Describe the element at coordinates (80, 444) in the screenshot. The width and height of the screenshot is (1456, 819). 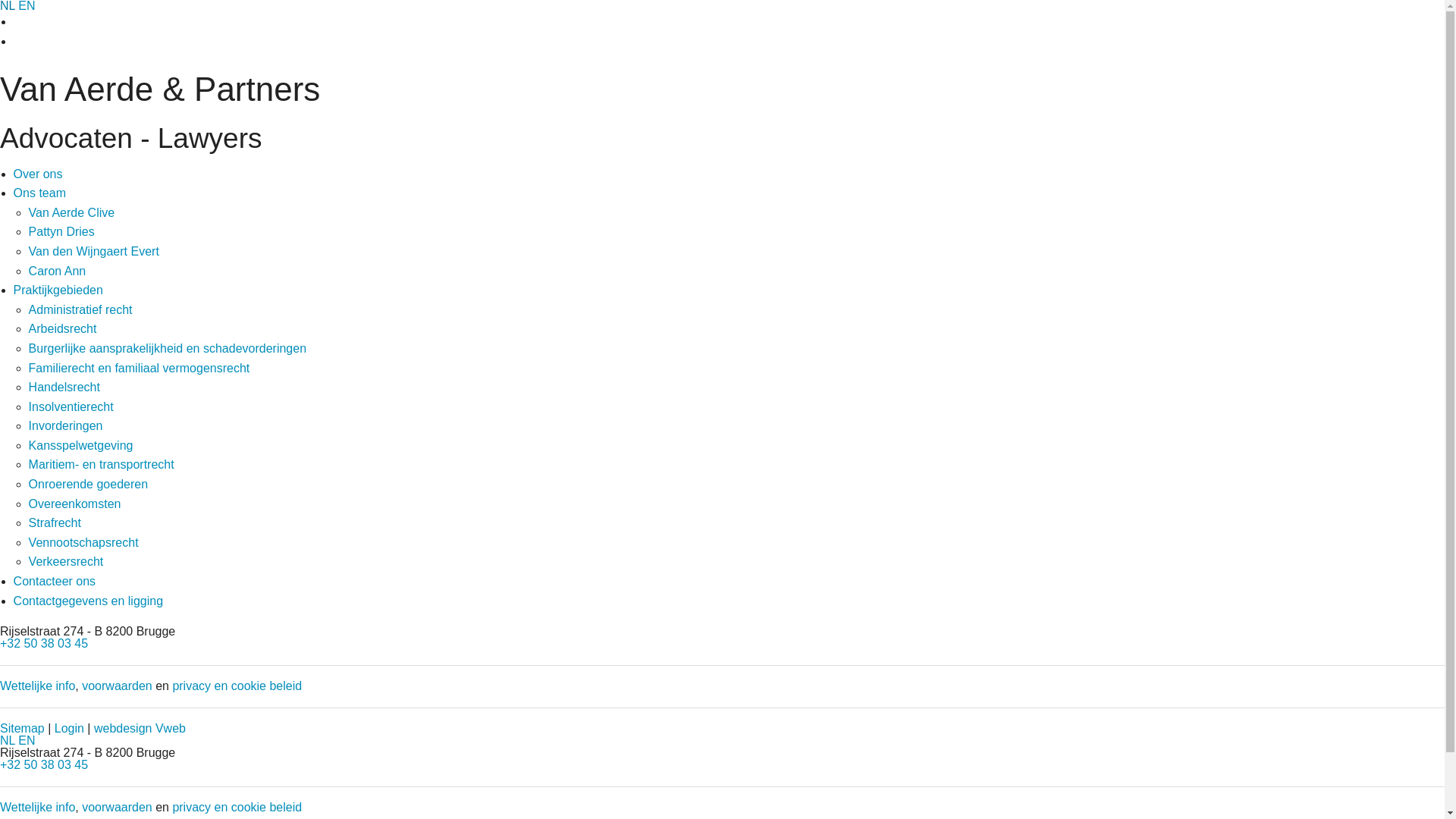
I see `'Kansspelwetgeving'` at that location.